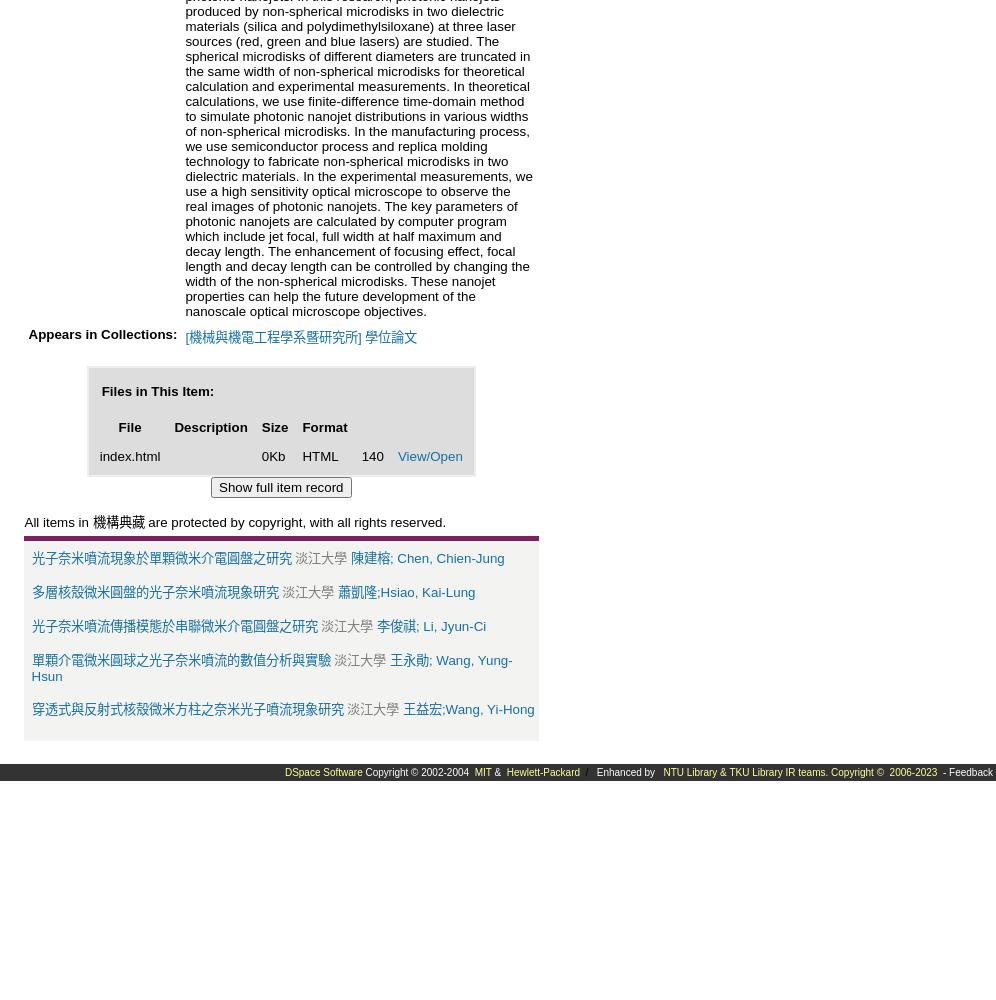  Describe the element at coordinates (467, 707) in the screenshot. I see `'王益宏;Wang, Yi-Hong'` at that location.